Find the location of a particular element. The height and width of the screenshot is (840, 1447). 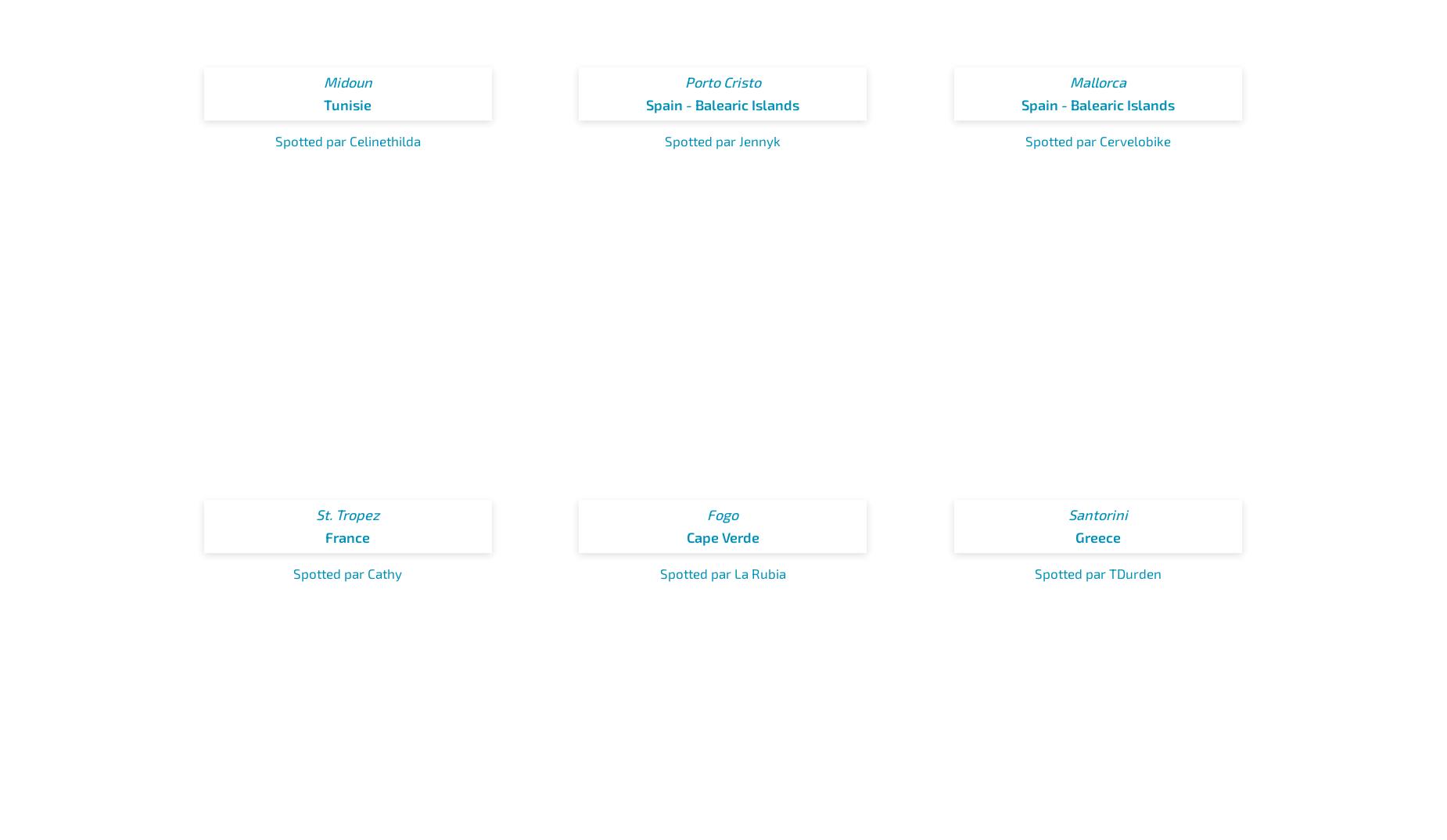

'Mallorca' is located at coordinates (1097, 82).